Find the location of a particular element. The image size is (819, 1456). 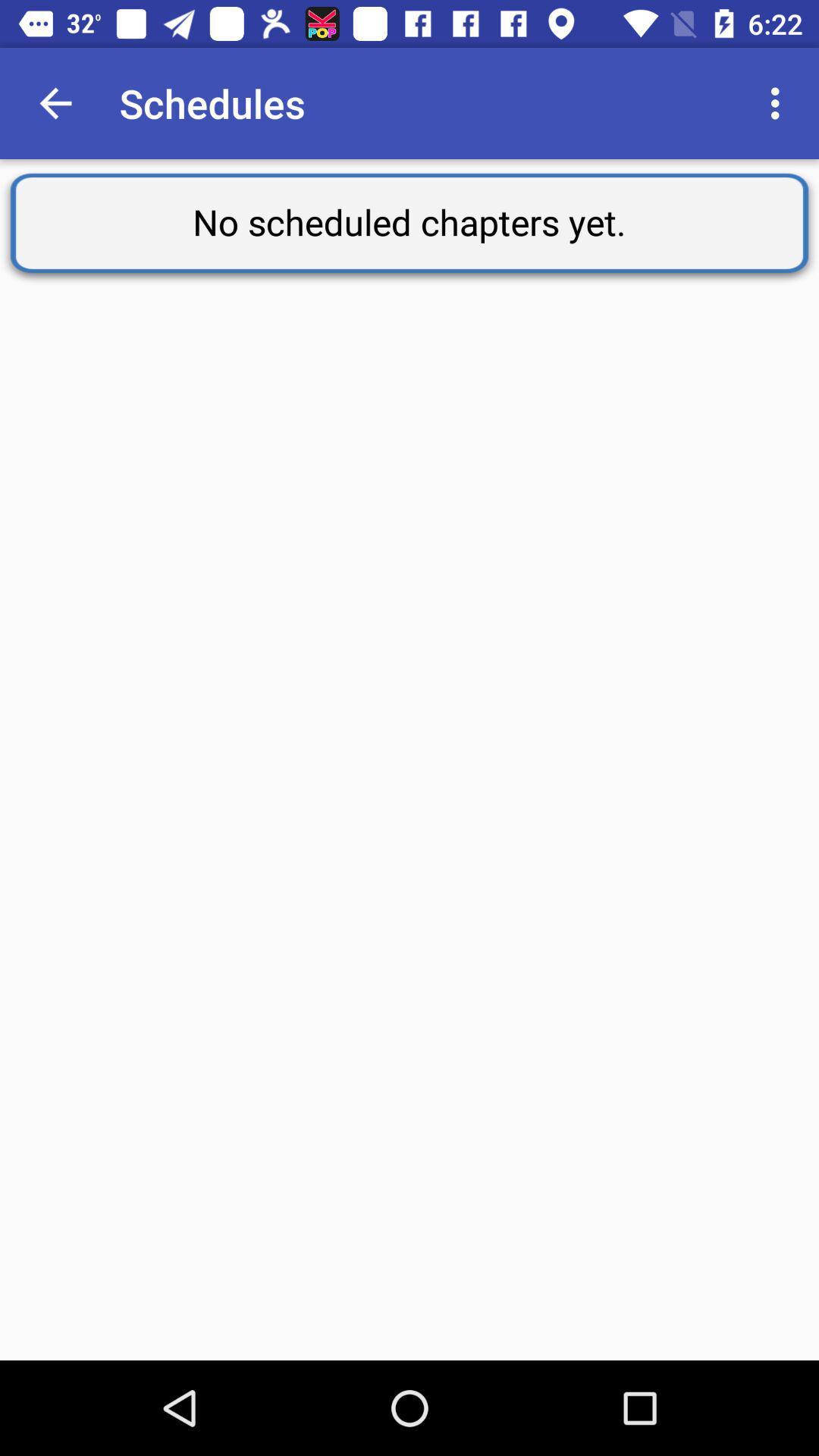

the app next to schedules is located at coordinates (55, 102).